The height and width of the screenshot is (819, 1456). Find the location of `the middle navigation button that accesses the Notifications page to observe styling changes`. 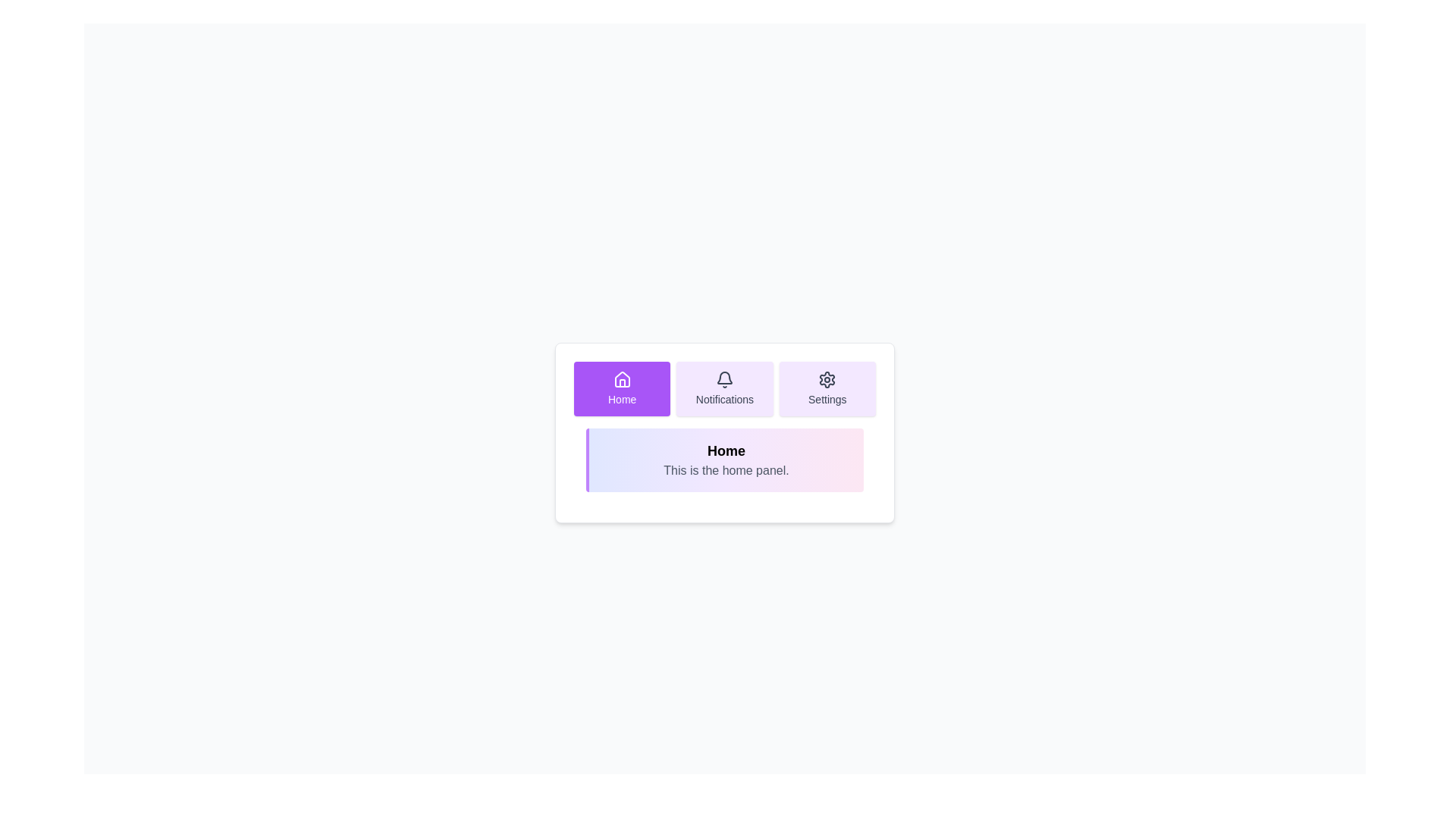

the middle navigation button that accesses the Notifications page to observe styling changes is located at coordinates (723, 388).